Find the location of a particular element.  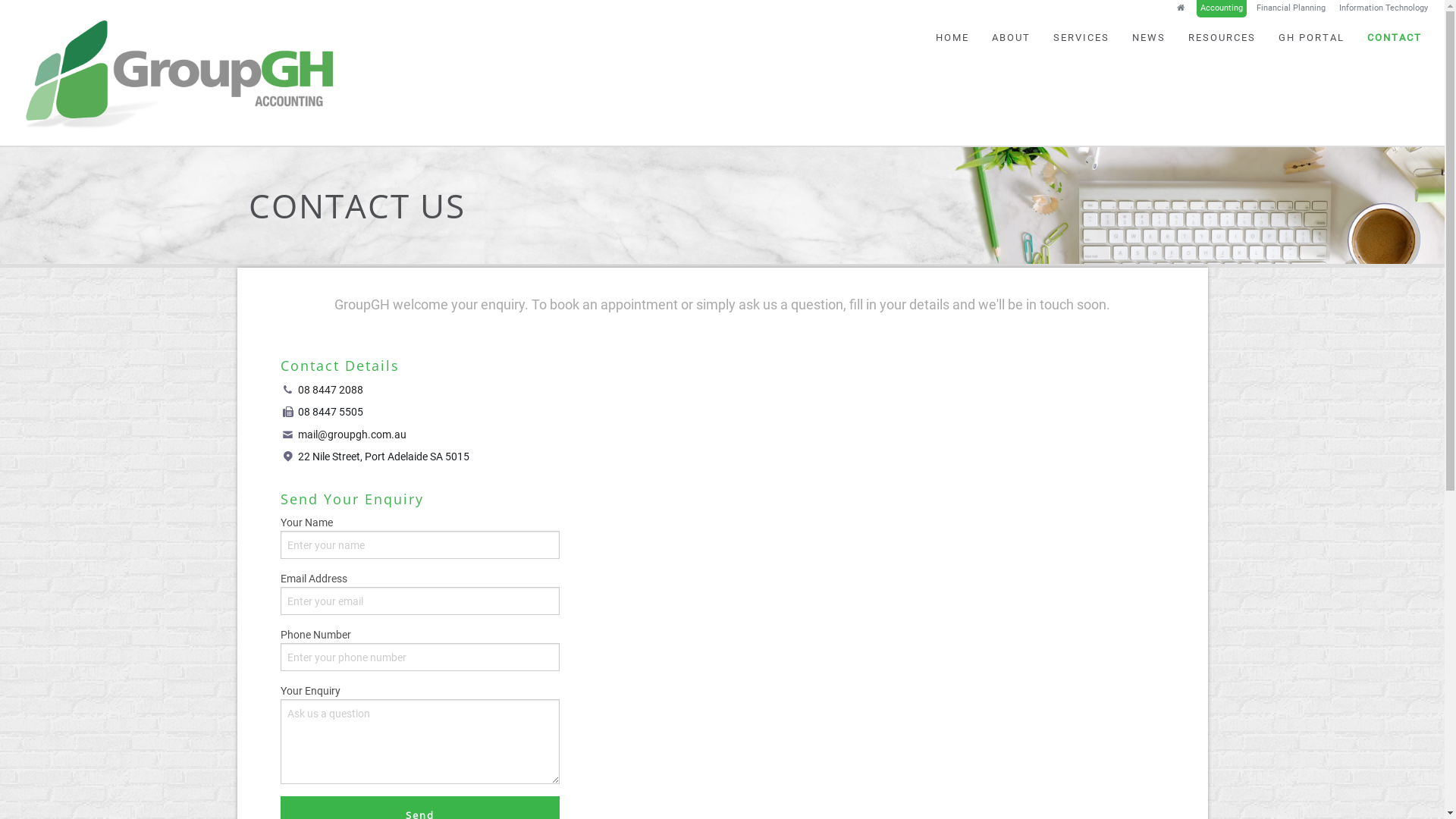

'Information Technology' is located at coordinates (1383, 8).